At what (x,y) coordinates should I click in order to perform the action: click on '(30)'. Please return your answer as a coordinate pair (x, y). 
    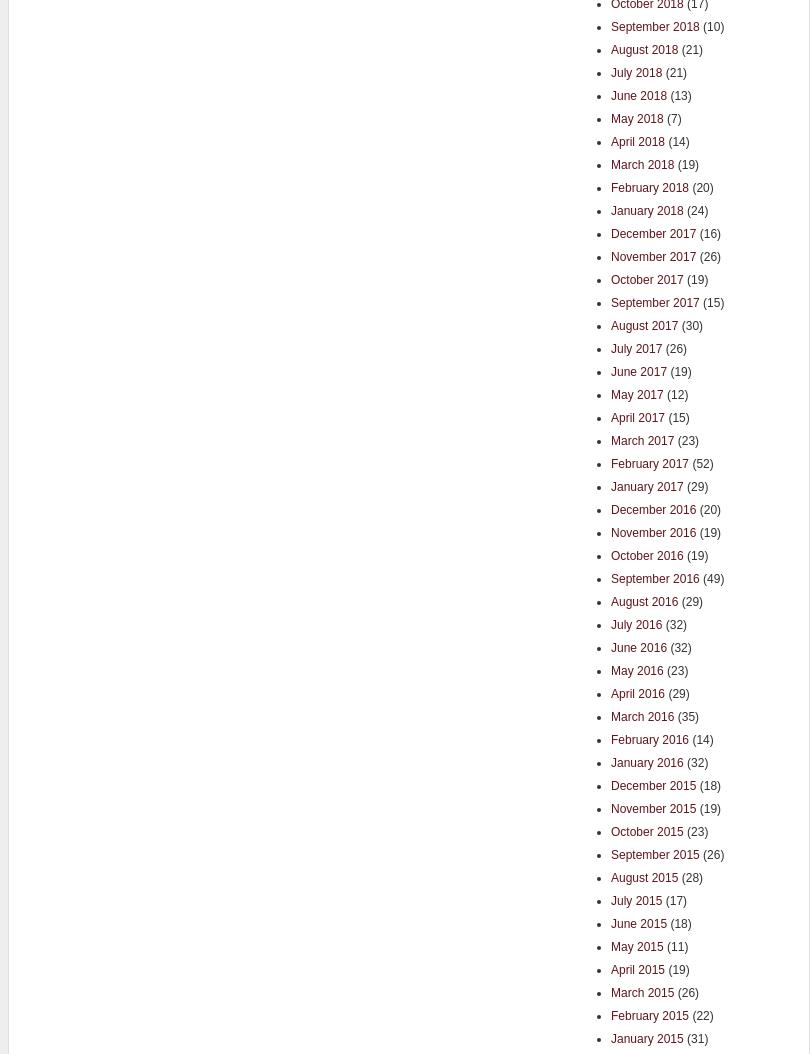
    Looking at the image, I should click on (689, 324).